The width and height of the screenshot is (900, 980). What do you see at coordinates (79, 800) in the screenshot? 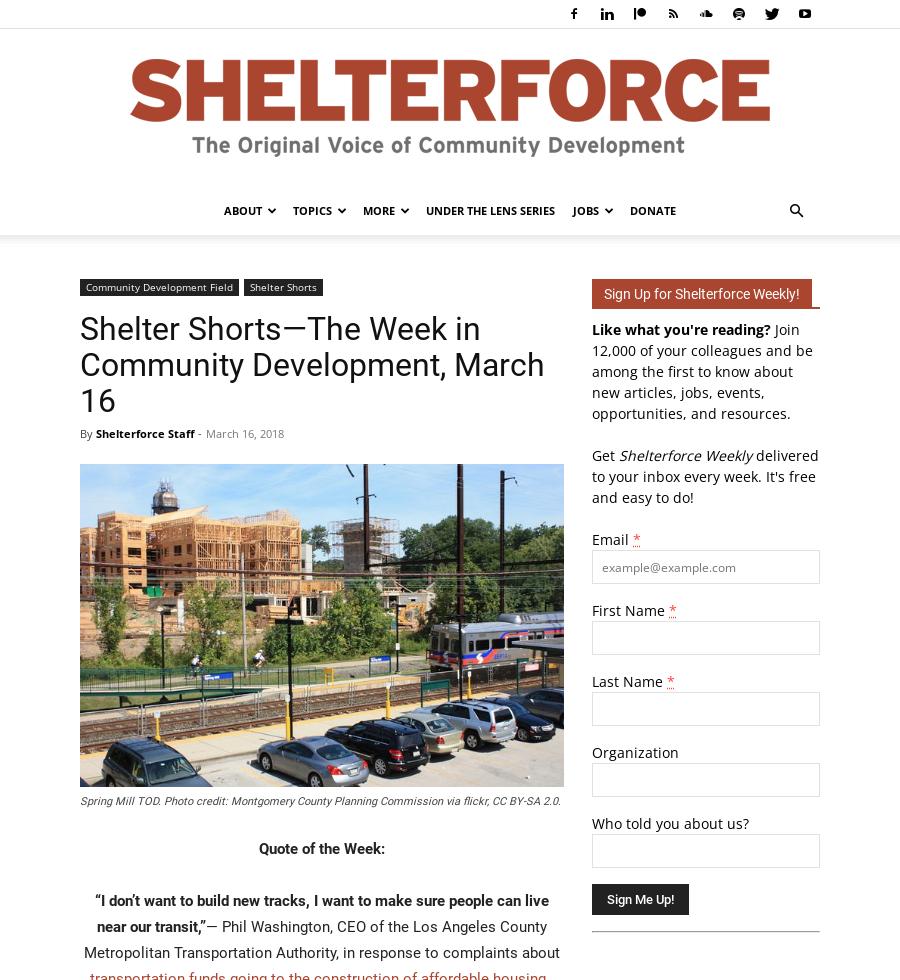
I see `'Spring Mill TOD. Photo credit: Montgomery County Planning Commission via flickr, CC BY-SA 2.0.'` at bounding box center [79, 800].